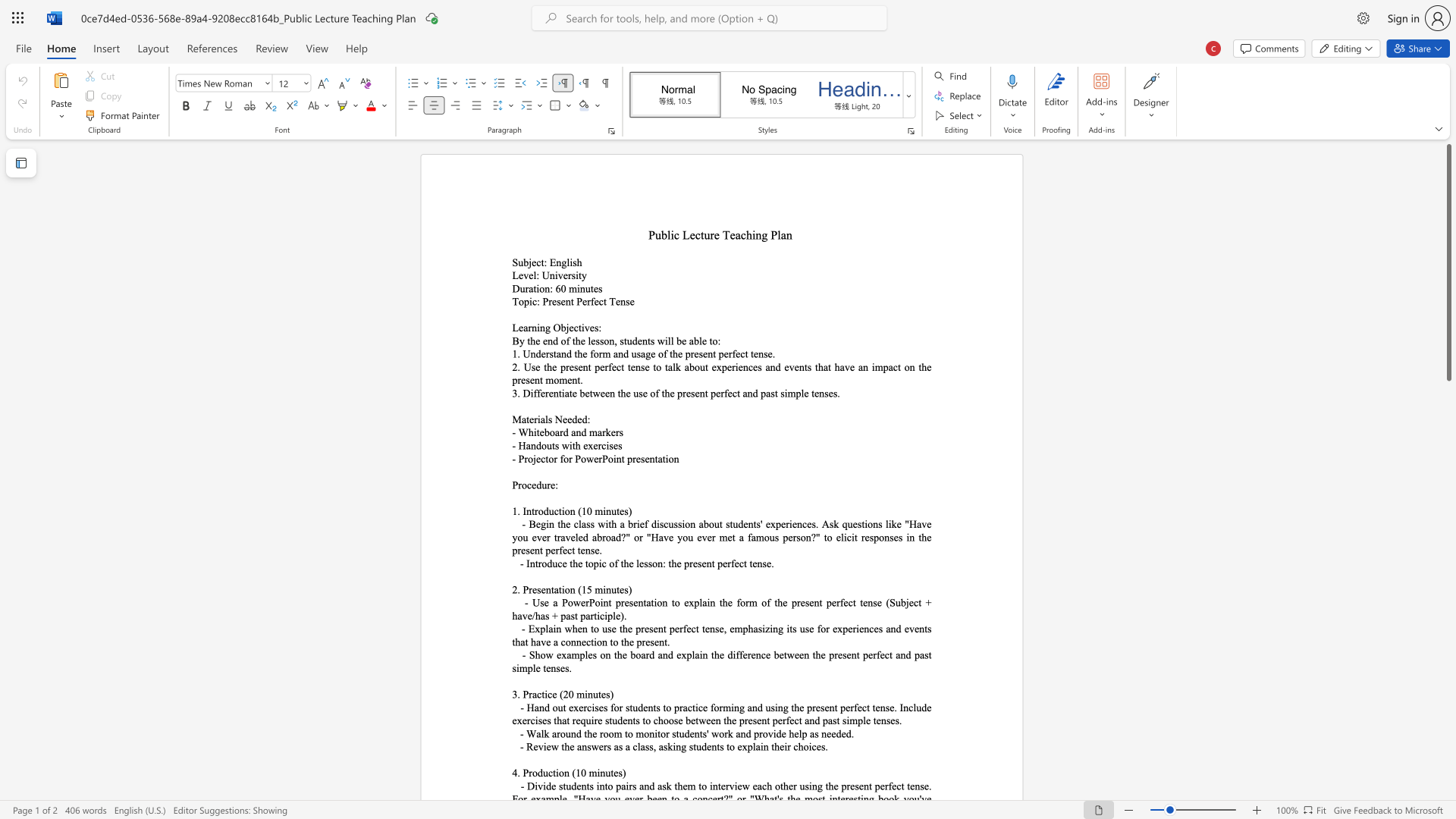  Describe the element at coordinates (1448, 454) in the screenshot. I see `the page's right scrollbar for downward movement` at that location.